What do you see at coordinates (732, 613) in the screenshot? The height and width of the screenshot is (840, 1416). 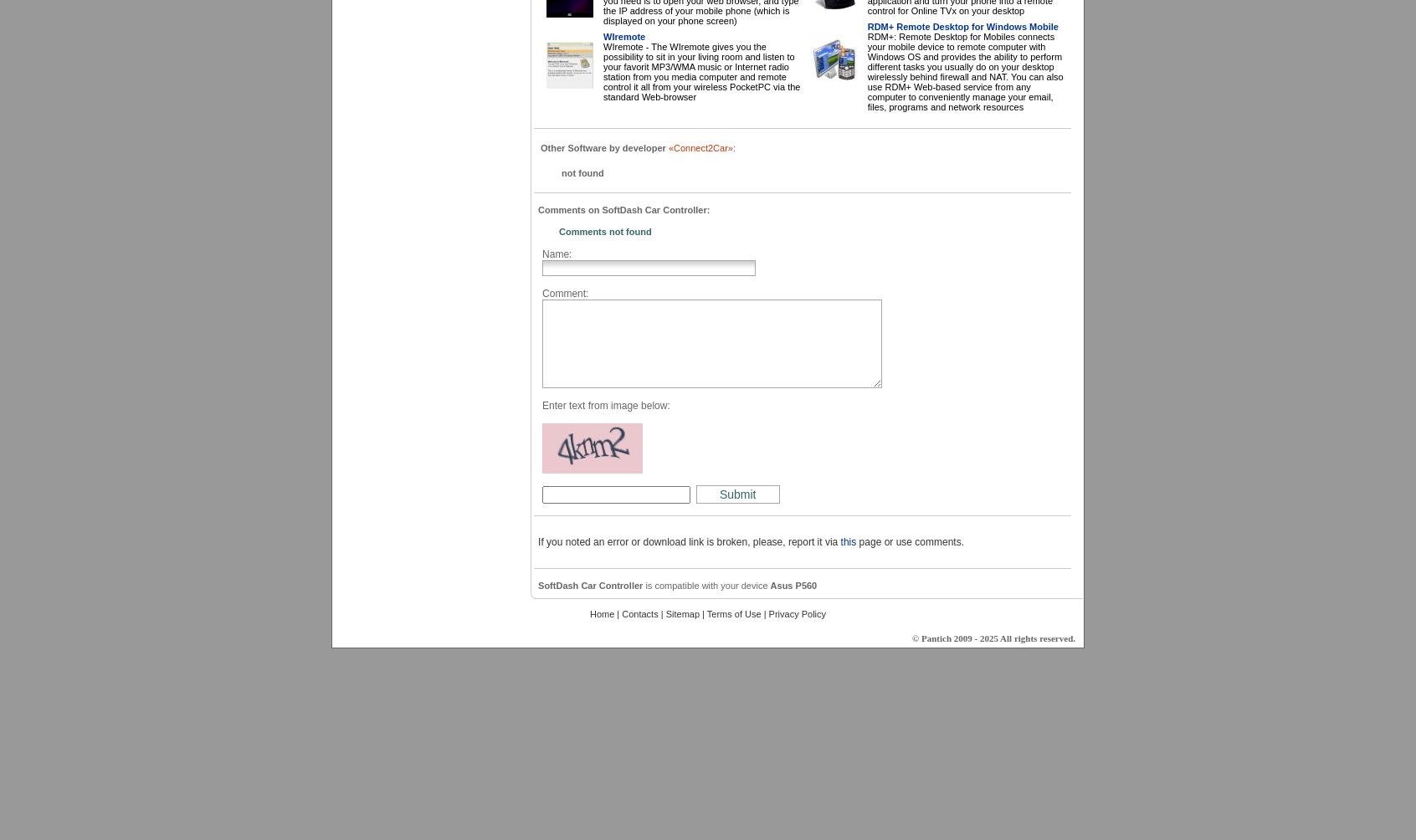 I see `'Terms of Use'` at bounding box center [732, 613].